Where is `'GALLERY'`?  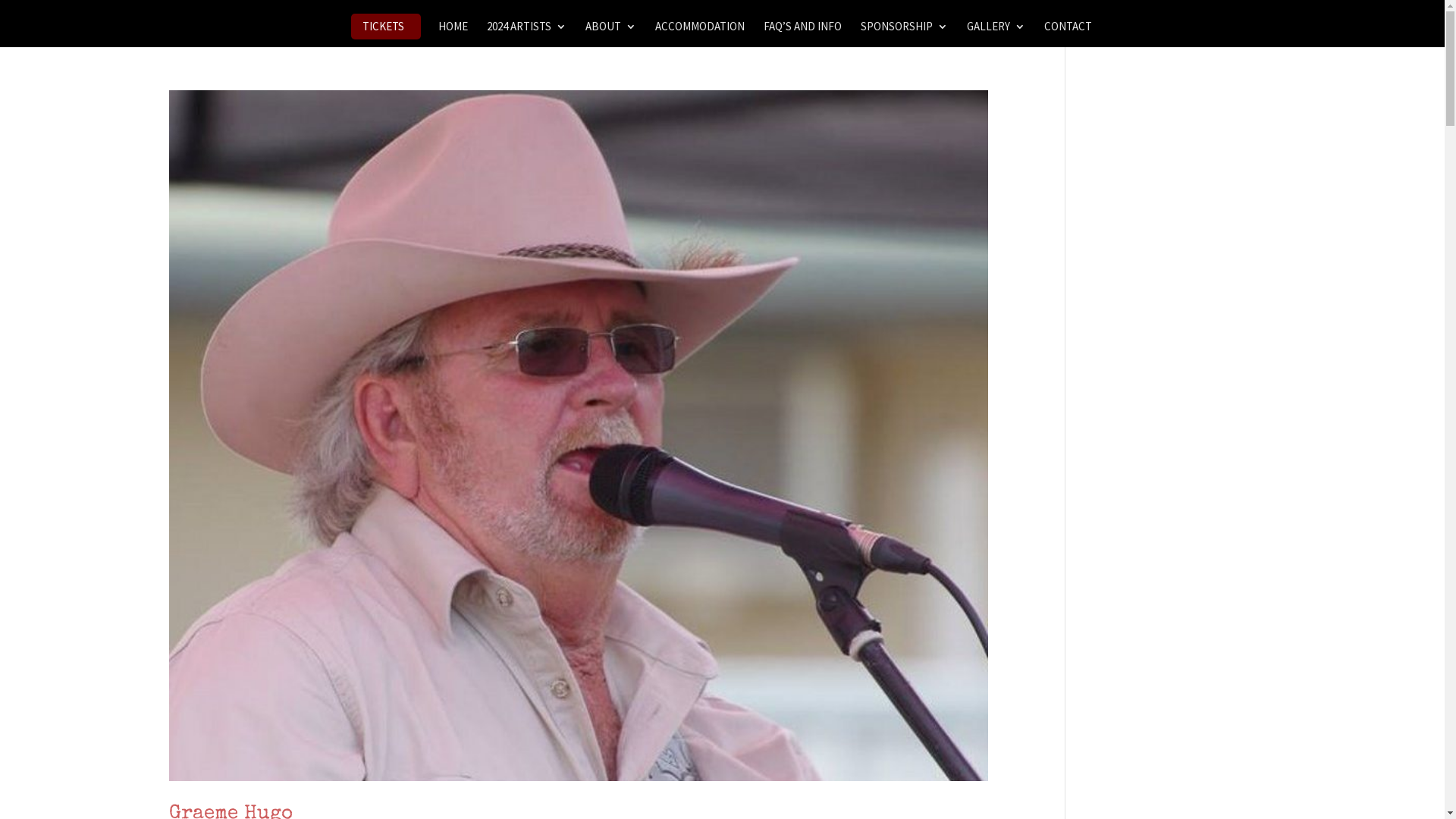
'GALLERY' is located at coordinates (996, 33).